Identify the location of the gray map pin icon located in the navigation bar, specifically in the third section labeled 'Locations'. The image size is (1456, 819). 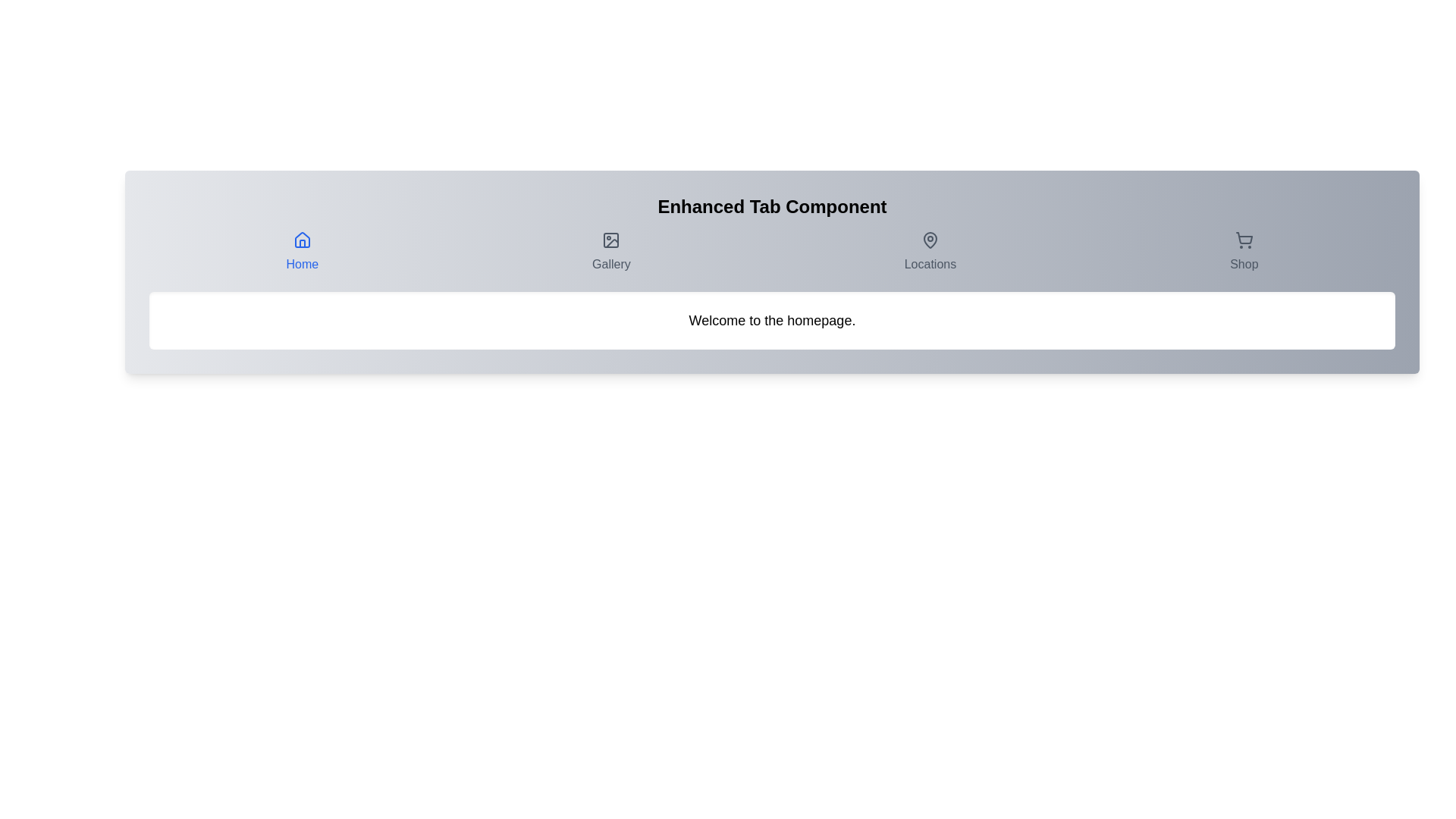
(929, 239).